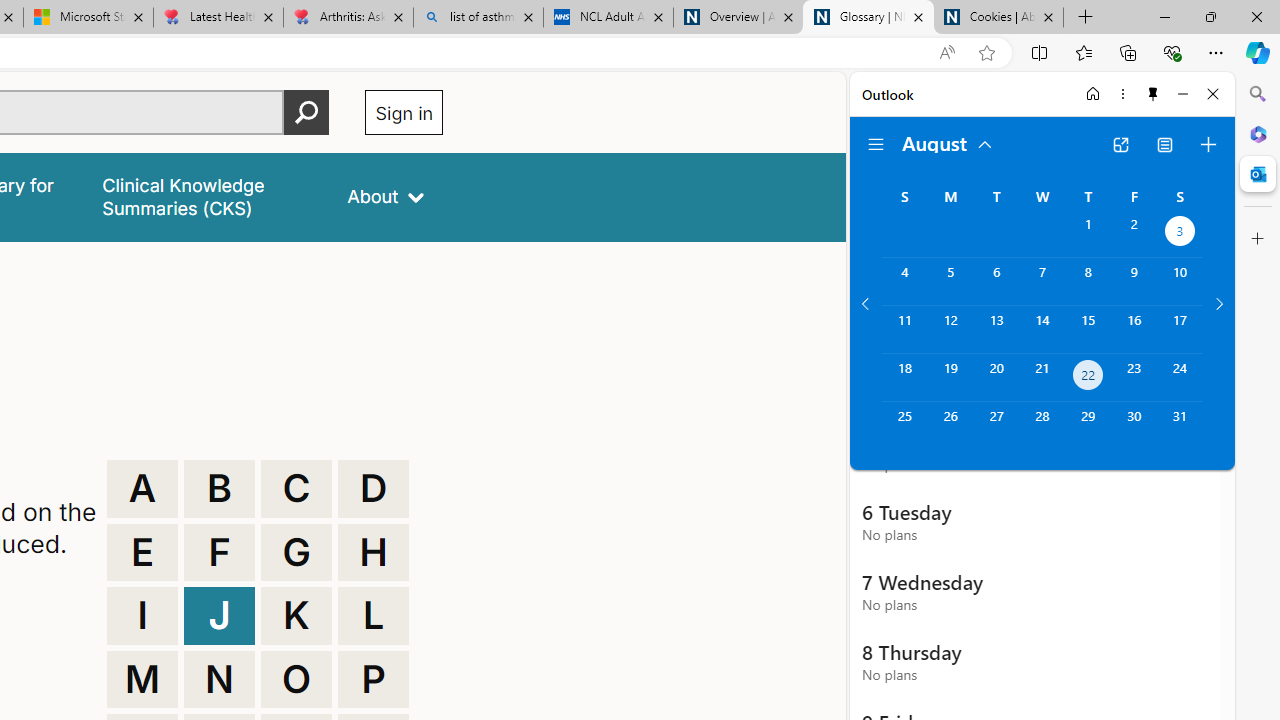 This screenshot has height=720, width=1280. I want to click on 'Thursday, August 29, 2024. ', so click(1087, 424).